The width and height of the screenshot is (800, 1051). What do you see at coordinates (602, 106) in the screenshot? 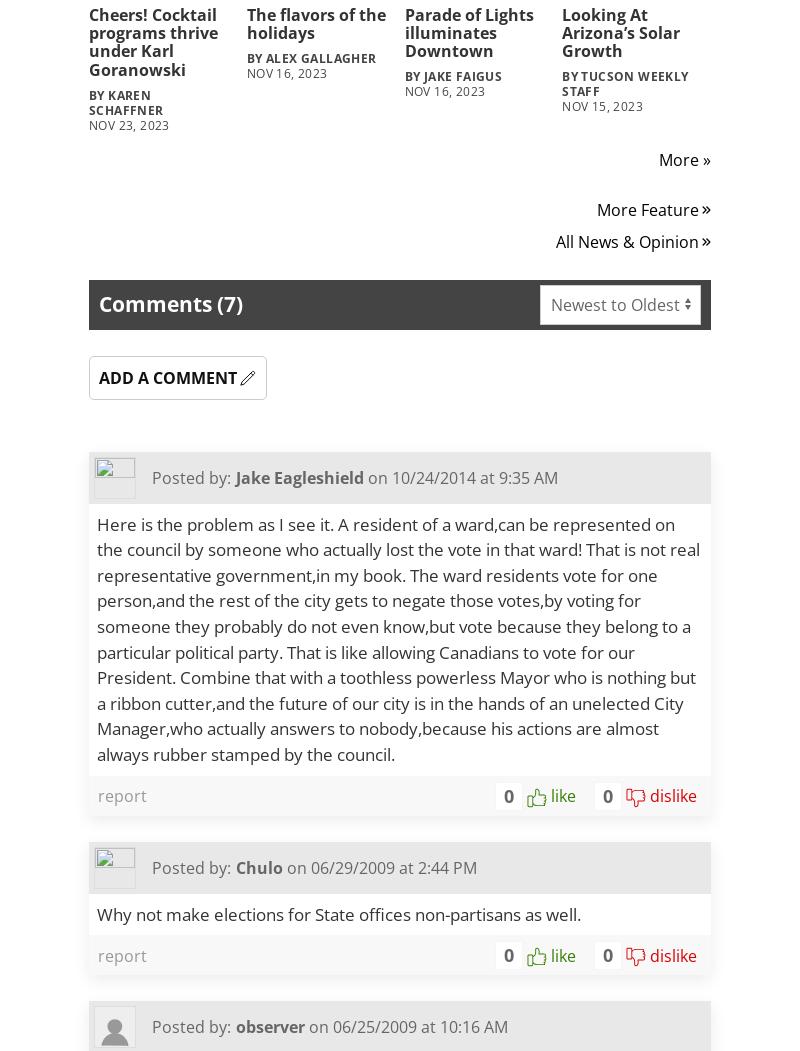
I see `'Nov 15, 2023'` at bounding box center [602, 106].